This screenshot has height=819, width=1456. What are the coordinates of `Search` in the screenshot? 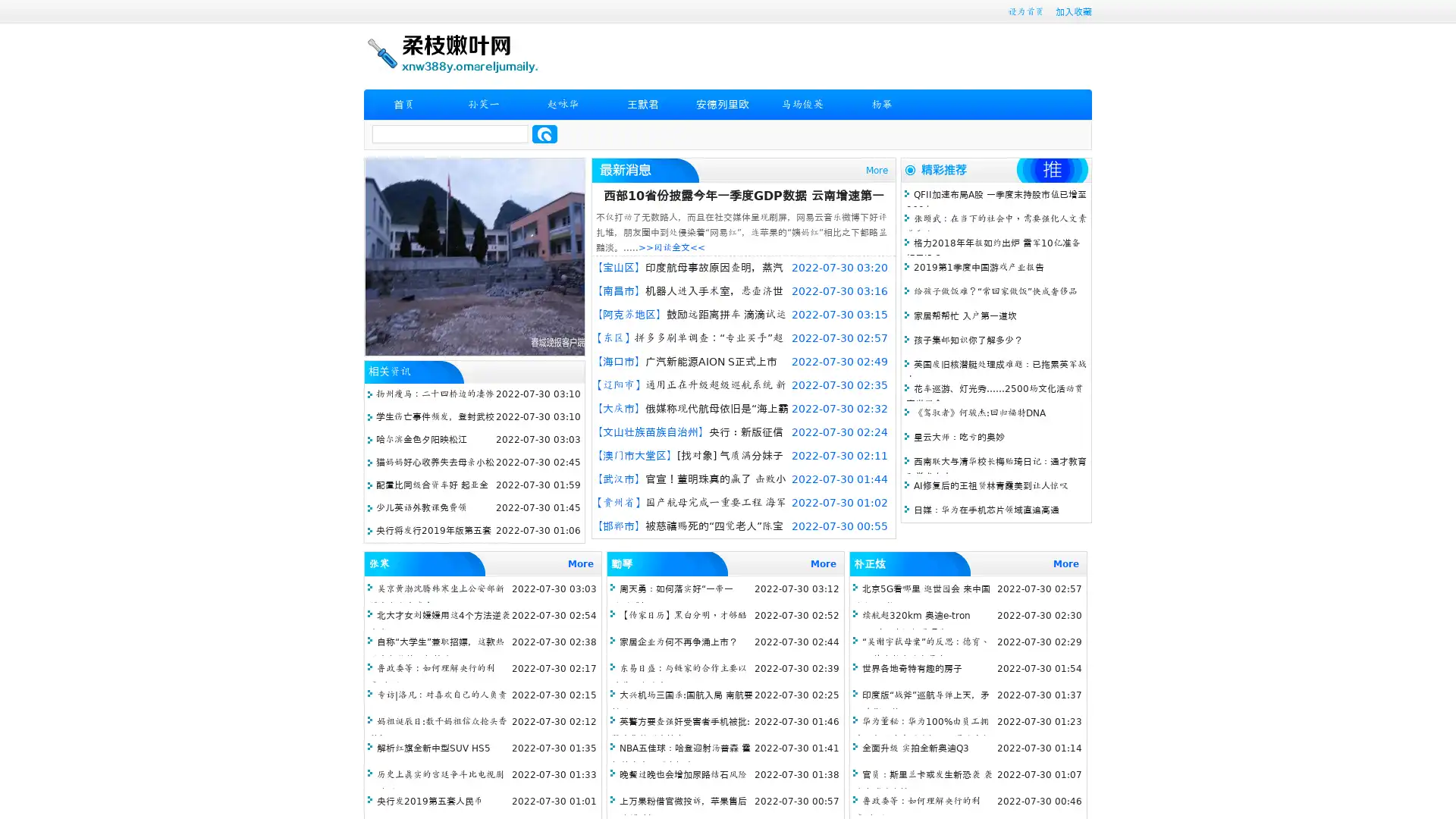 It's located at (544, 133).